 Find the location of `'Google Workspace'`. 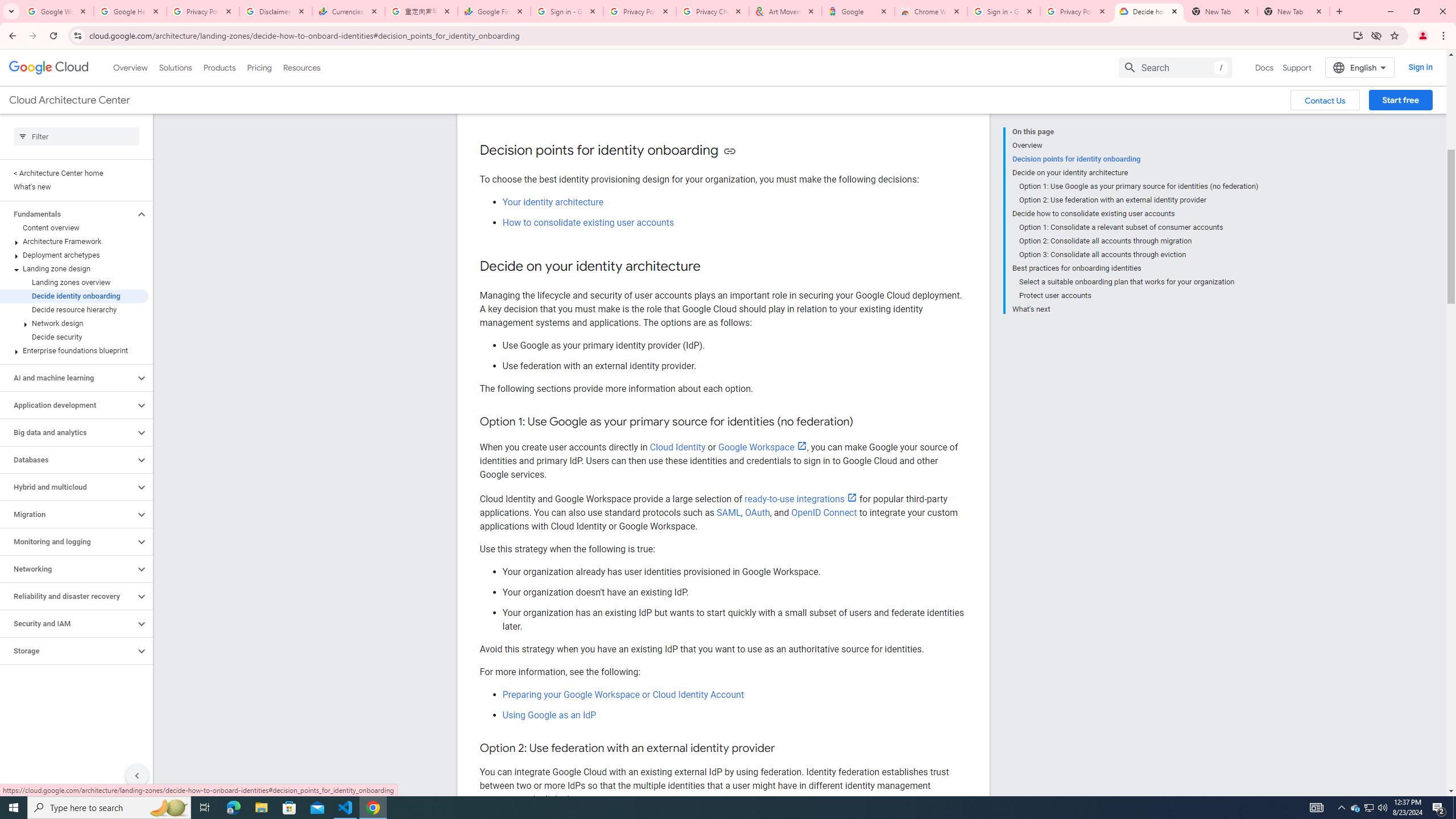

'Google Workspace' is located at coordinates (762, 446).